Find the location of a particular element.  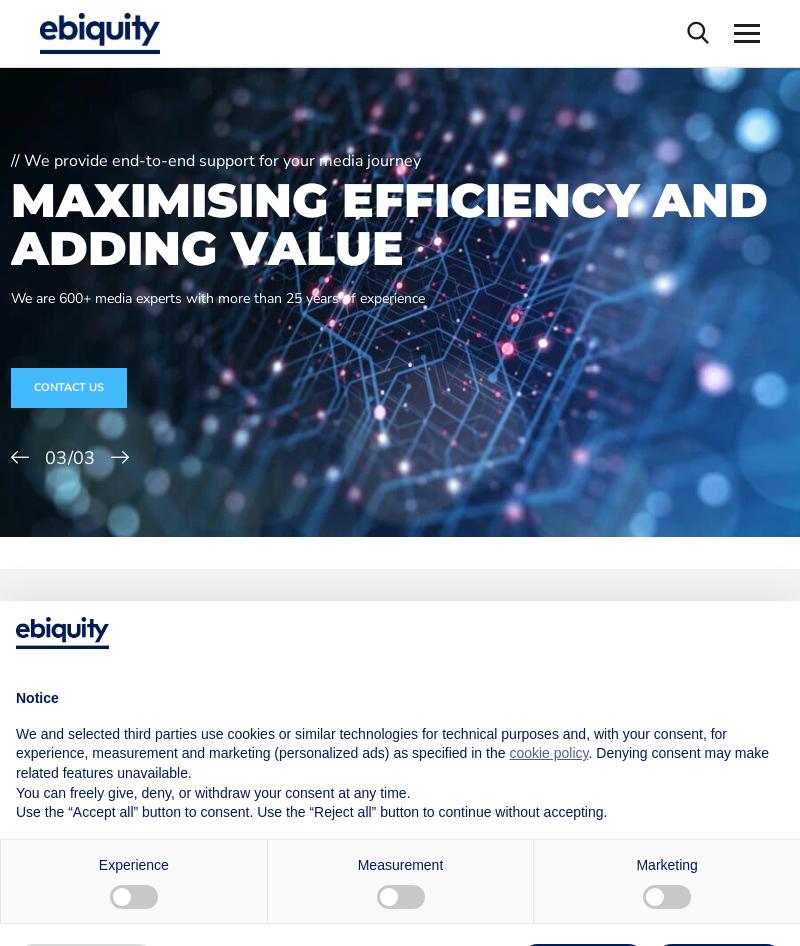

'Use the “Accept all” button to consent. Use the “Reject all” button to continue without accepting.' is located at coordinates (310, 812).